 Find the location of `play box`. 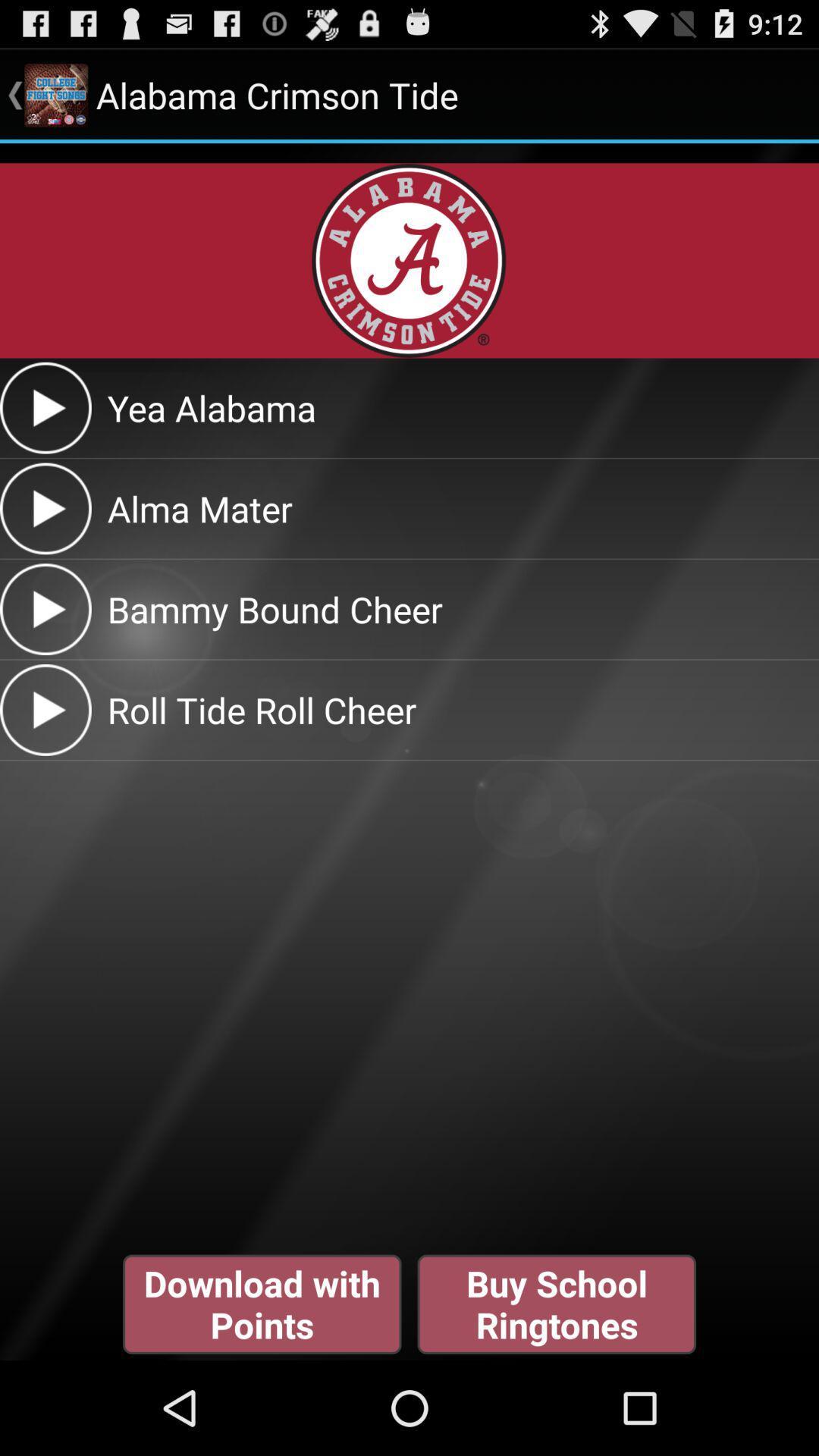

play box is located at coordinates (45, 408).